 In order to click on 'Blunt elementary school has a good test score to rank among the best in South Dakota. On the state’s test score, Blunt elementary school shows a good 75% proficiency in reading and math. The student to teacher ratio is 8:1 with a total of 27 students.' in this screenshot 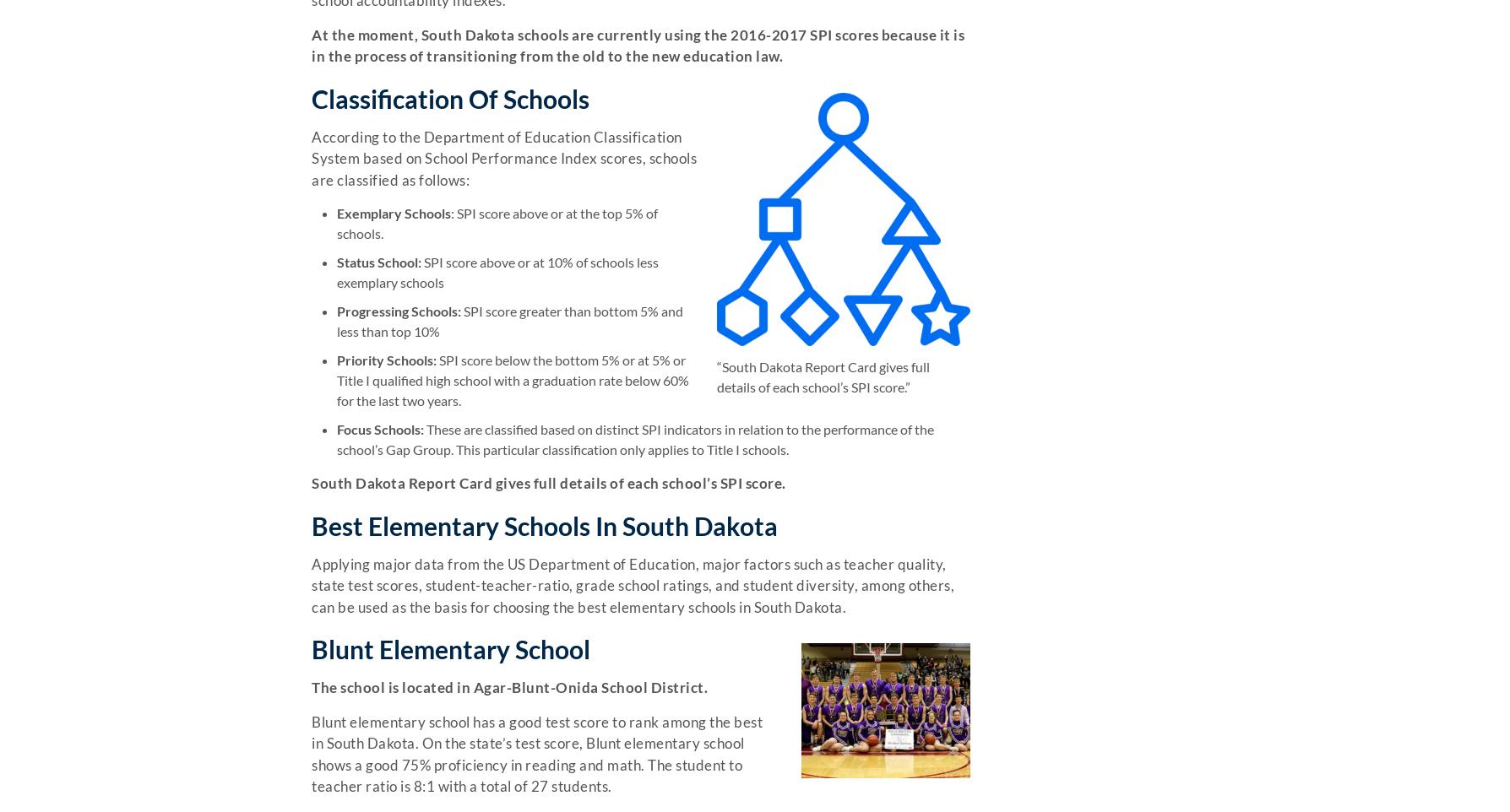, I will do `click(536, 753)`.